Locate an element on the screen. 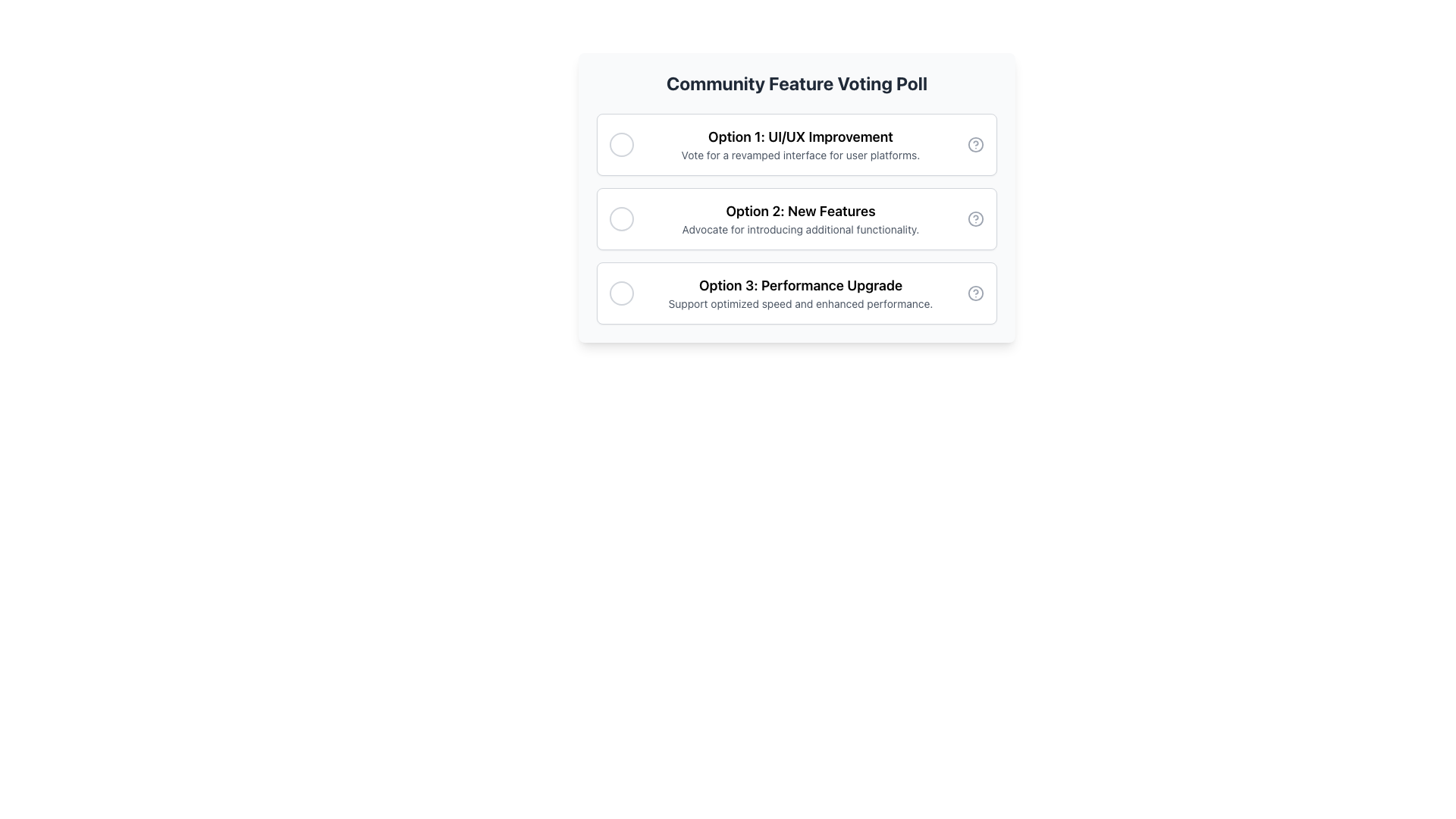 The width and height of the screenshot is (1456, 819). header text at the top of the voting interface, which indicates the purpose of the displayed voting options is located at coordinates (796, 83).